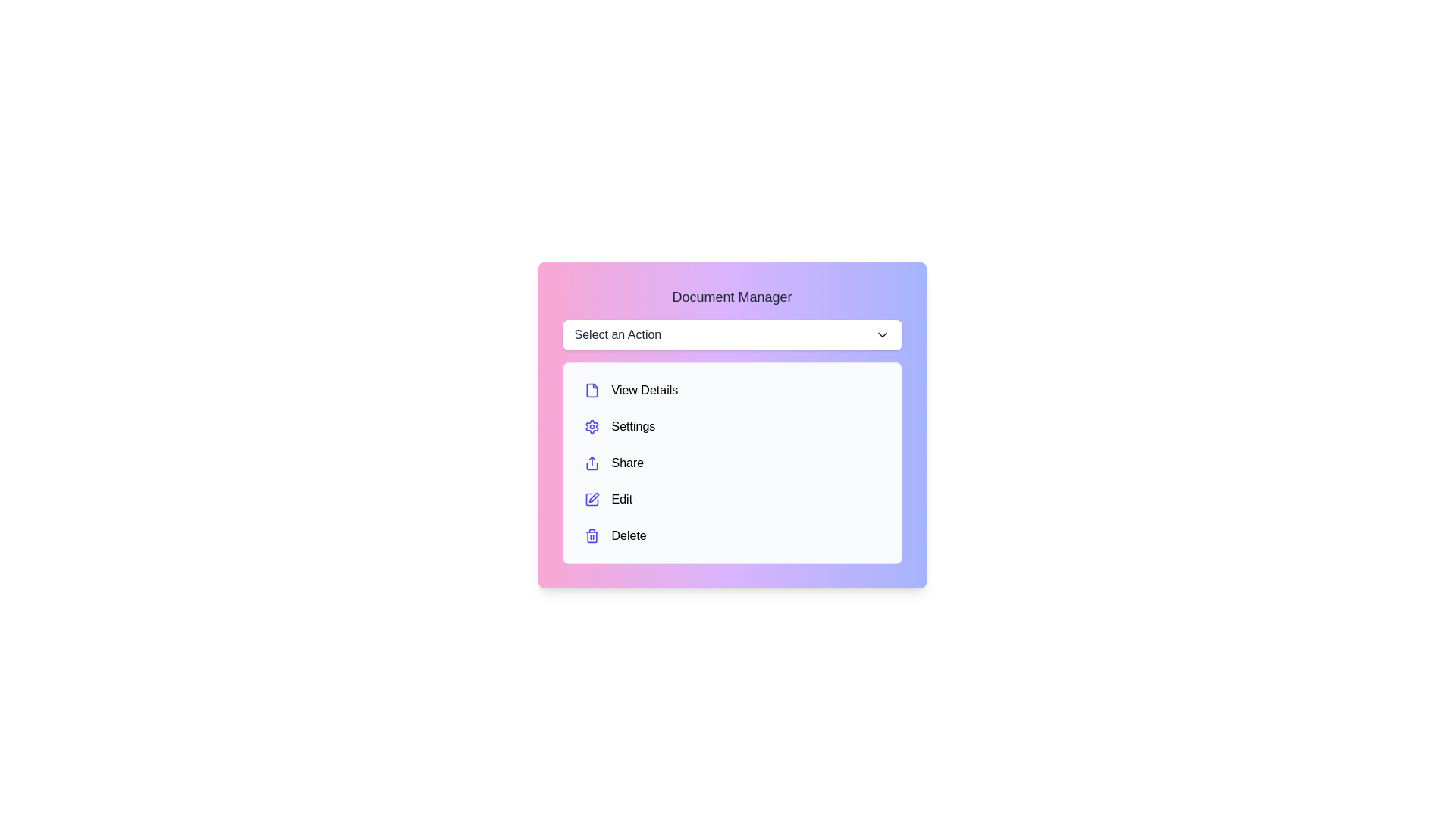 The height and width of the screenshot is (819, 1456). What do you see at coordinates (627, 462) in the screenshot?
I see `the 'Share' text label, which is the third item in the dropdown menu located centrally in the interface, displayed in black against a light background` at bounding box center [627, 462].